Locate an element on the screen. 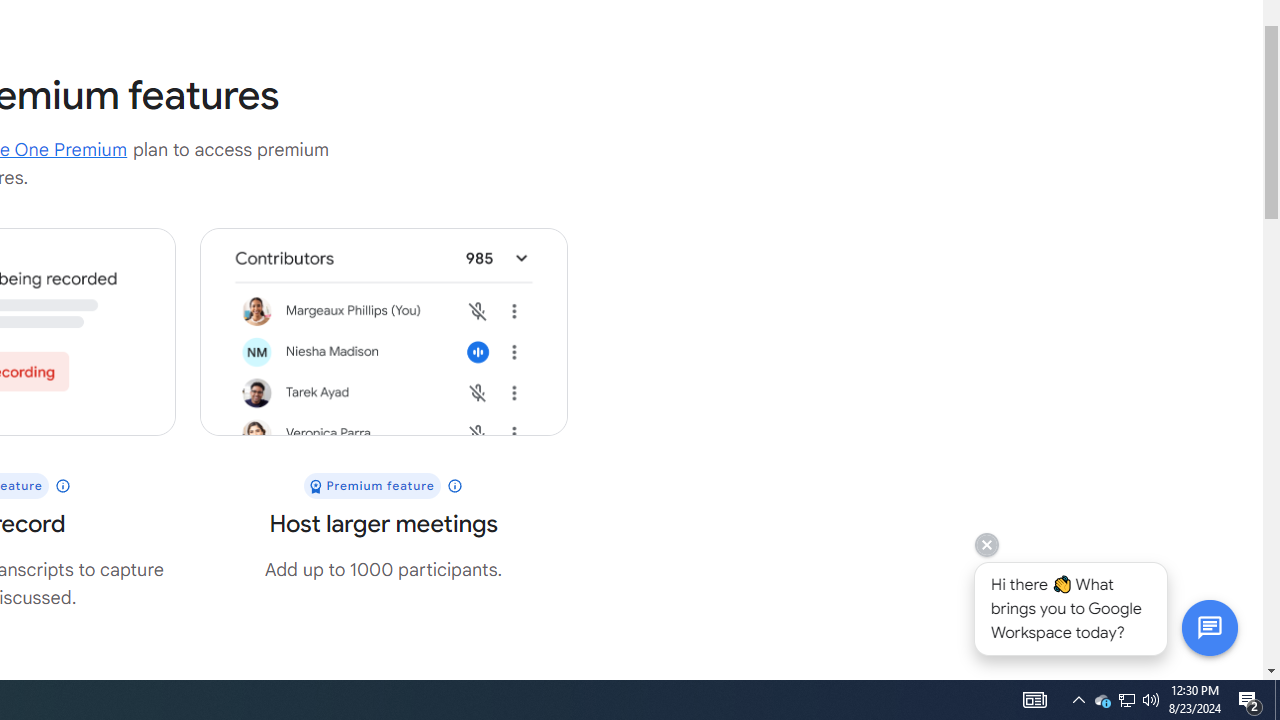 This screenshot has height=720, width=1280. 'AutomationID: cloud-chatbot-chat-activate-bar-desktop' is located at coordinates (1208, 626).